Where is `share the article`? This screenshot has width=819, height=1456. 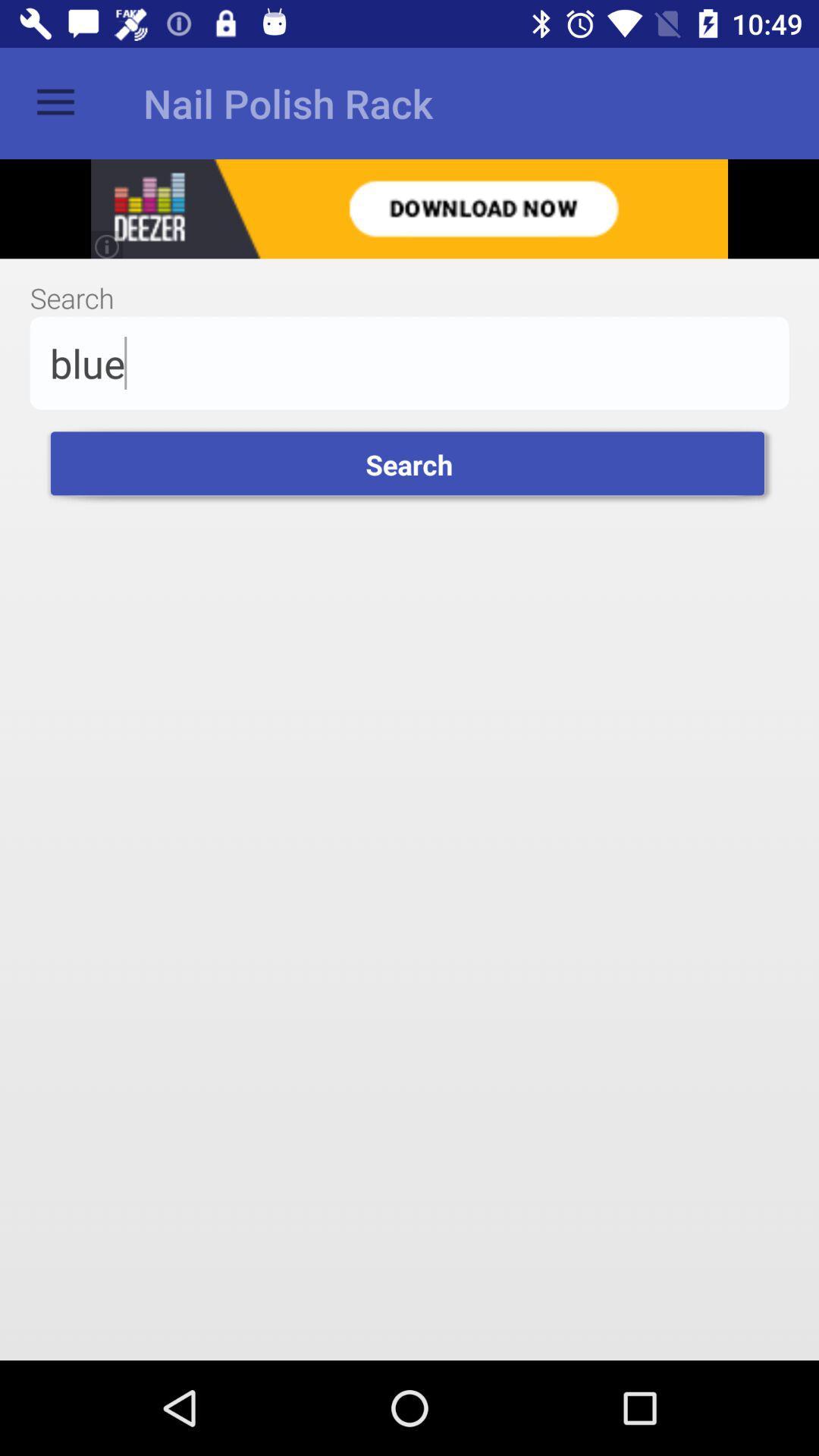 share the article is located at coordinates (409, 208).